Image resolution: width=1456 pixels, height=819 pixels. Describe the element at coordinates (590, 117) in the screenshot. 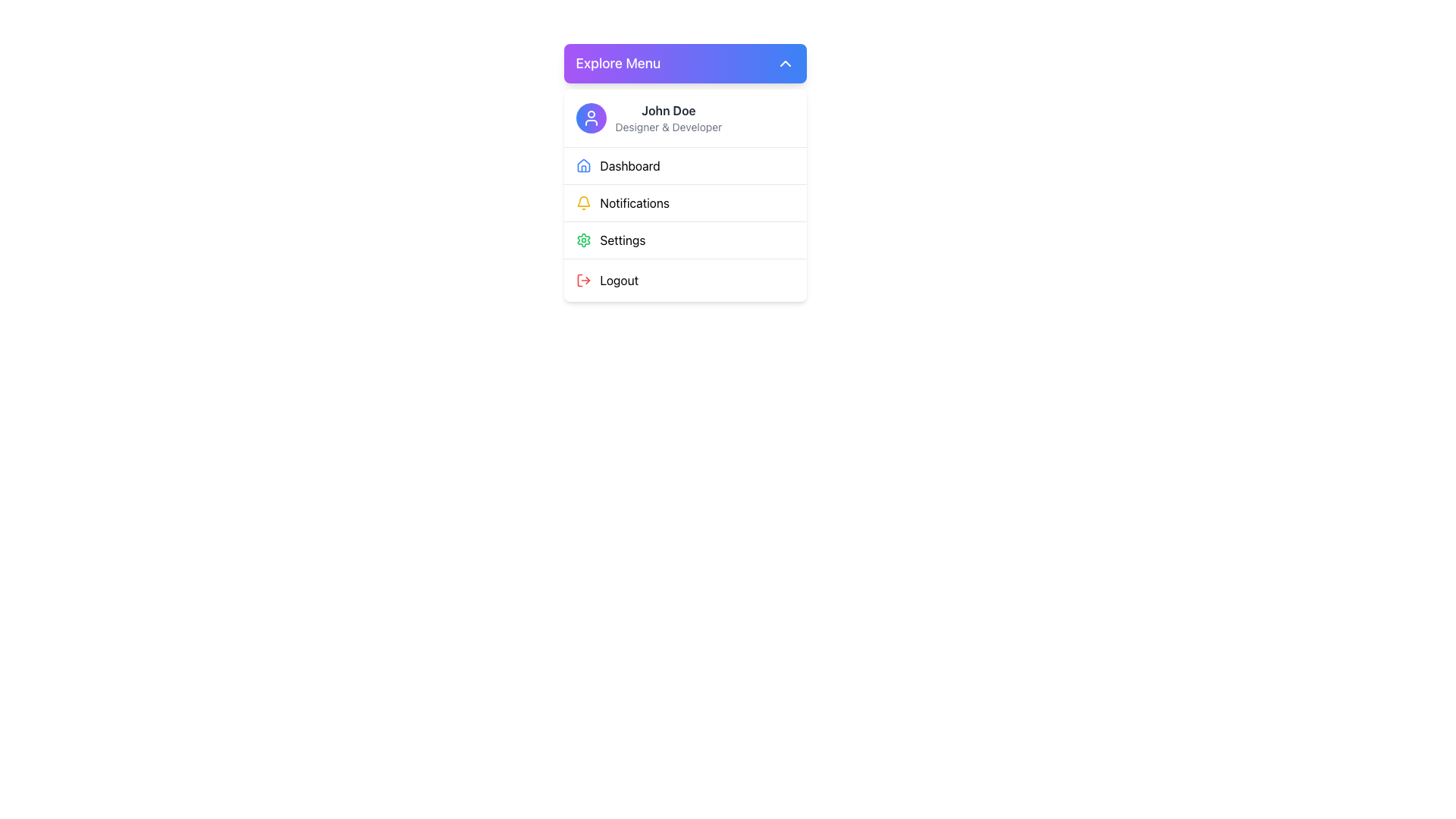

I see `the circular user profile icon with a gradient background` at that location.